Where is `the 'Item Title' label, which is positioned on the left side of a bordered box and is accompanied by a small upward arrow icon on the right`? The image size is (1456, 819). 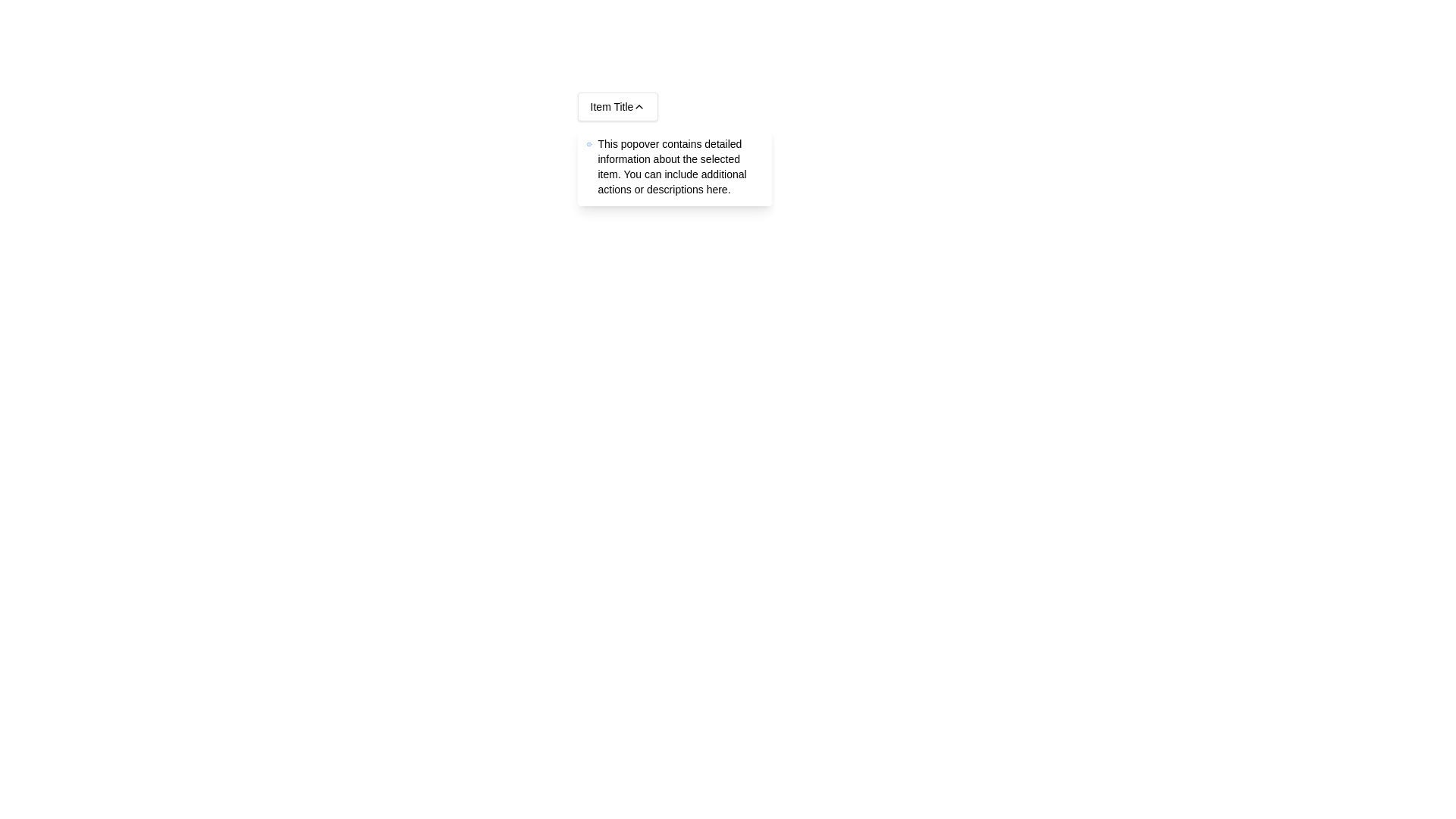 the 'Item Title' label, which is positioned on the left side of a bordered box and is accompanied by a small upward arrow icon on the right is located at coordinates (611, 106).